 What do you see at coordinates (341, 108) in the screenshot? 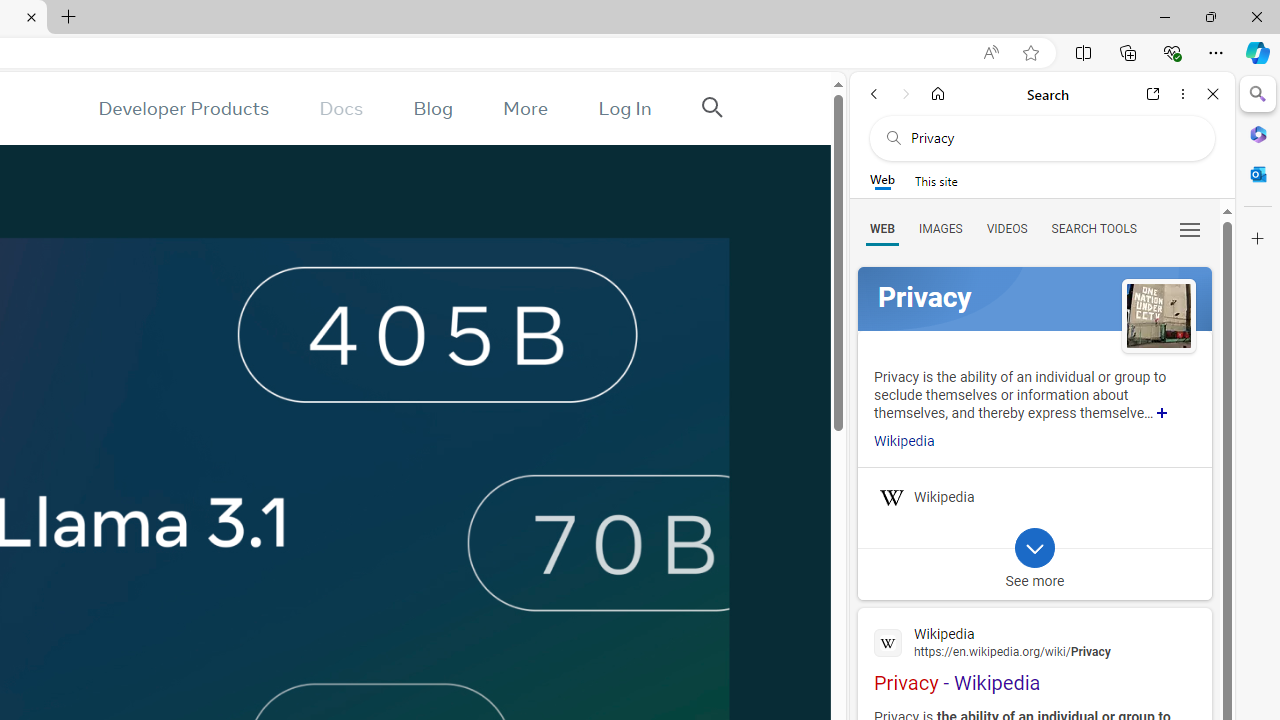
I see `'Docs'` at bounding box center [341, 108].